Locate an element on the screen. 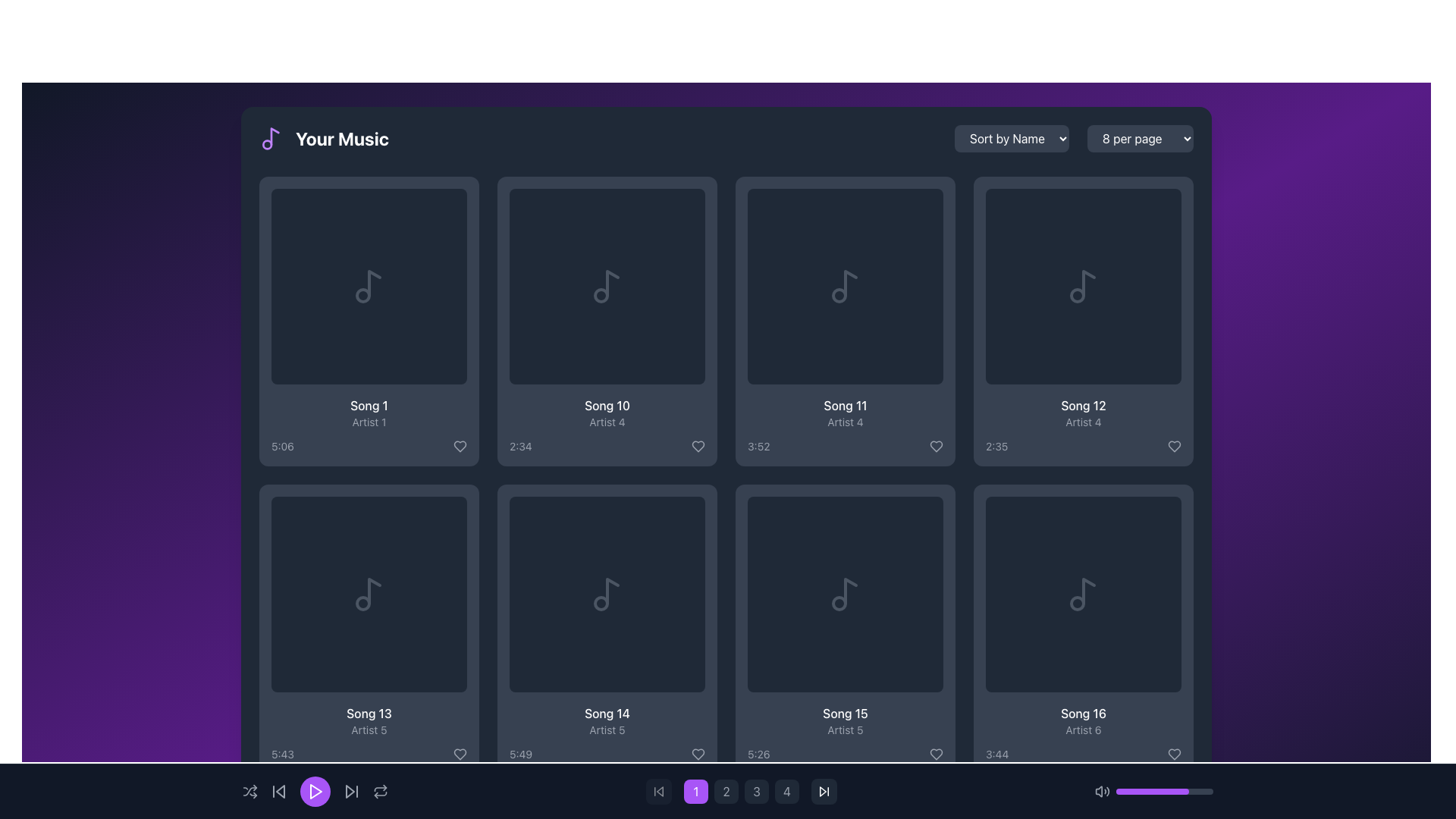  the heart-shaped icon with a dark gray outline located at the bottom-right corner of the Song 16 card is located at coordinates (1174, 755).